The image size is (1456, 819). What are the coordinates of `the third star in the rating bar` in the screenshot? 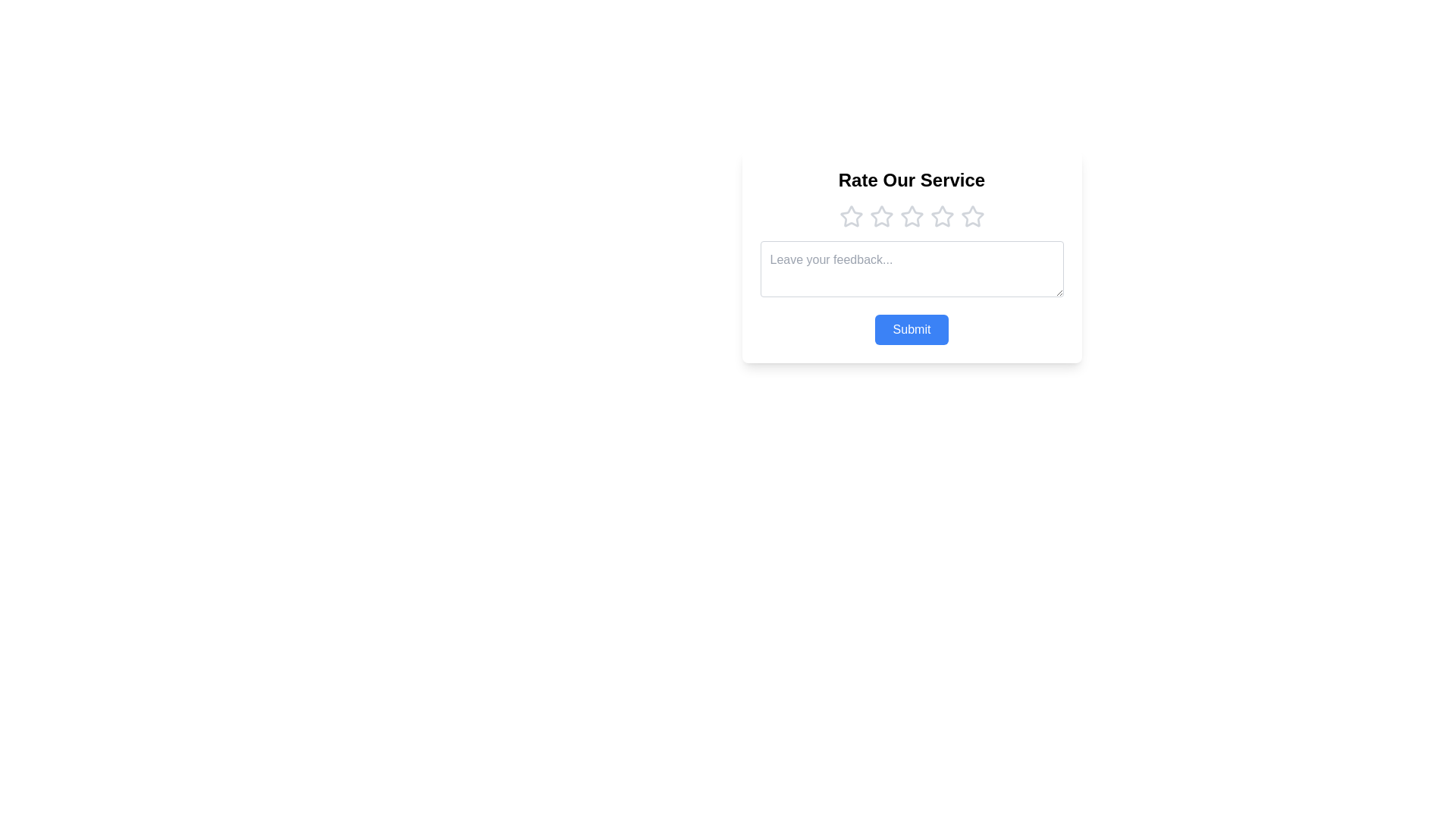 It's located at (911, 216).